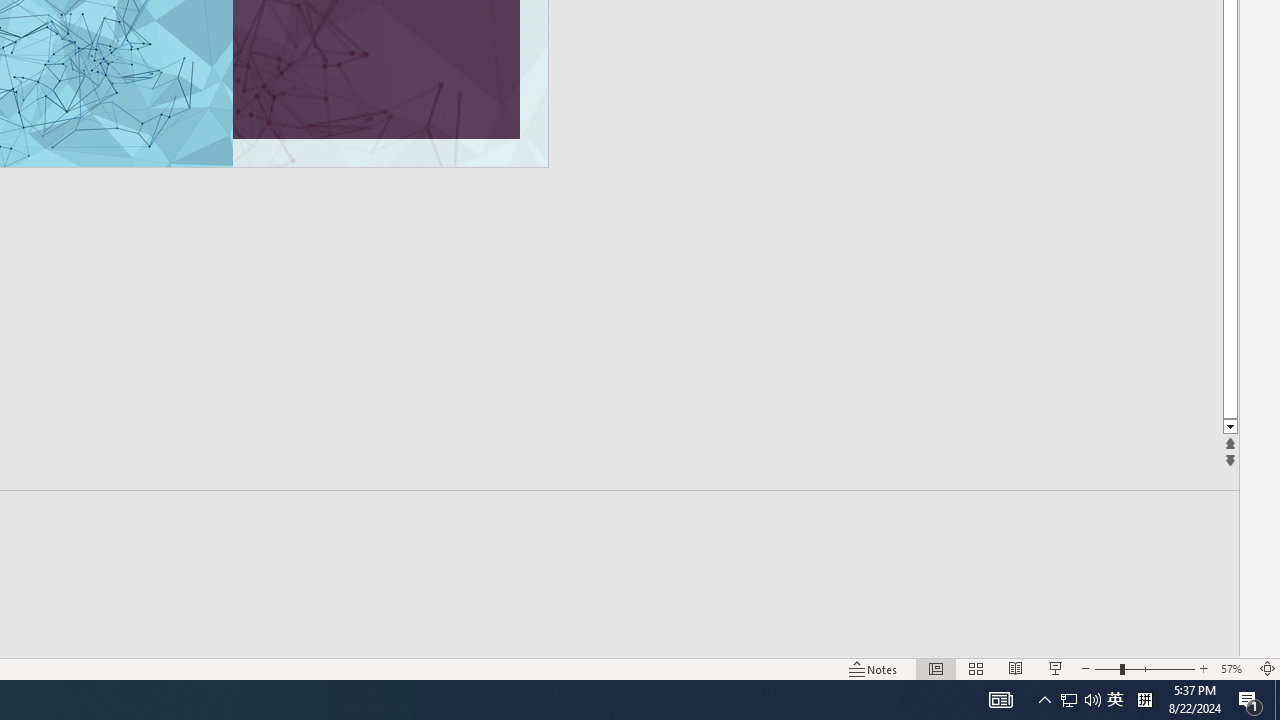  What do you see at coordinates (1144, 669) in the screenshot?
I see `'Zoom'` at bounding box center [1144, 669].